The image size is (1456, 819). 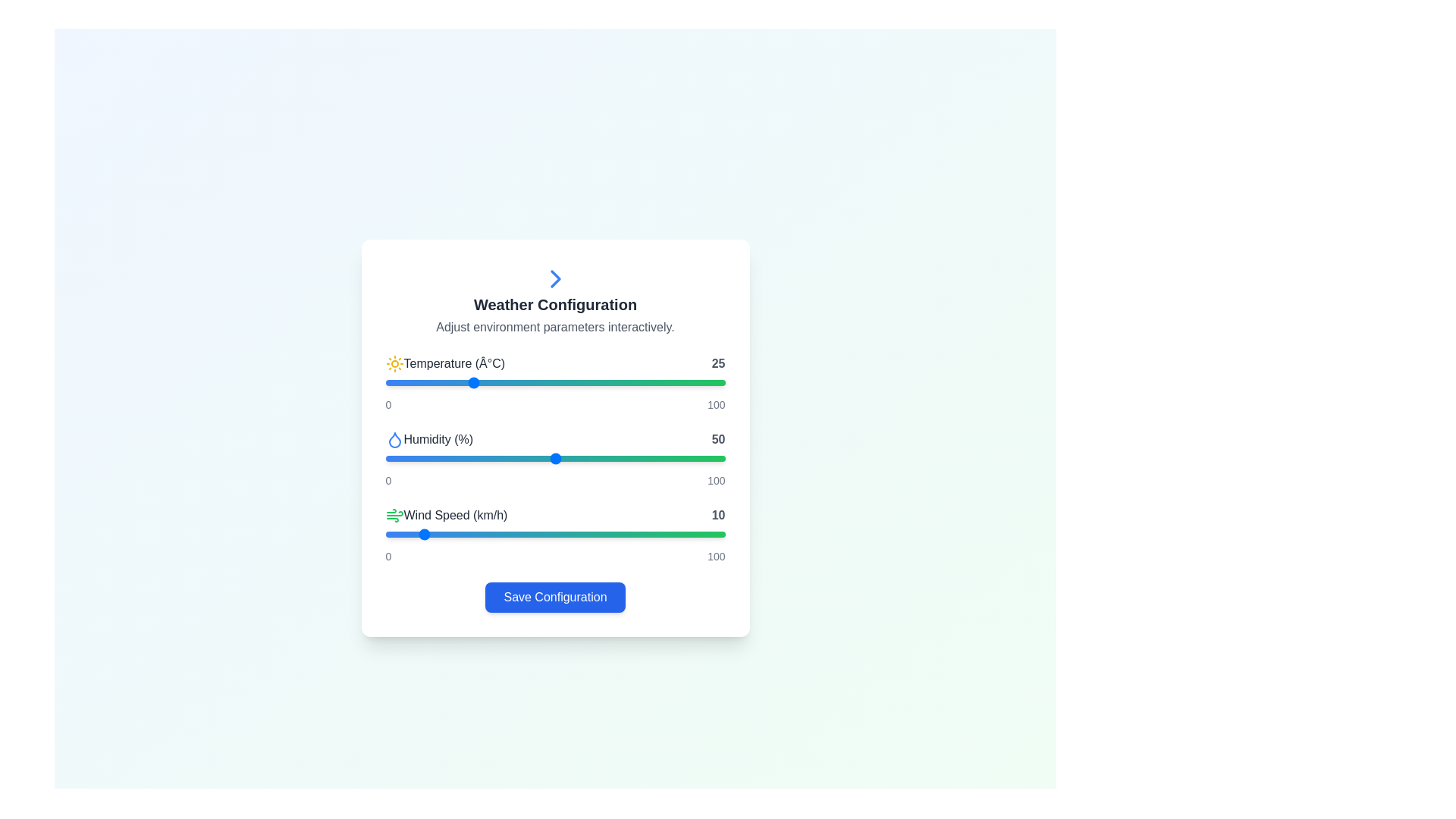 I want to click on the humidity level, so click(x=469, y=458).